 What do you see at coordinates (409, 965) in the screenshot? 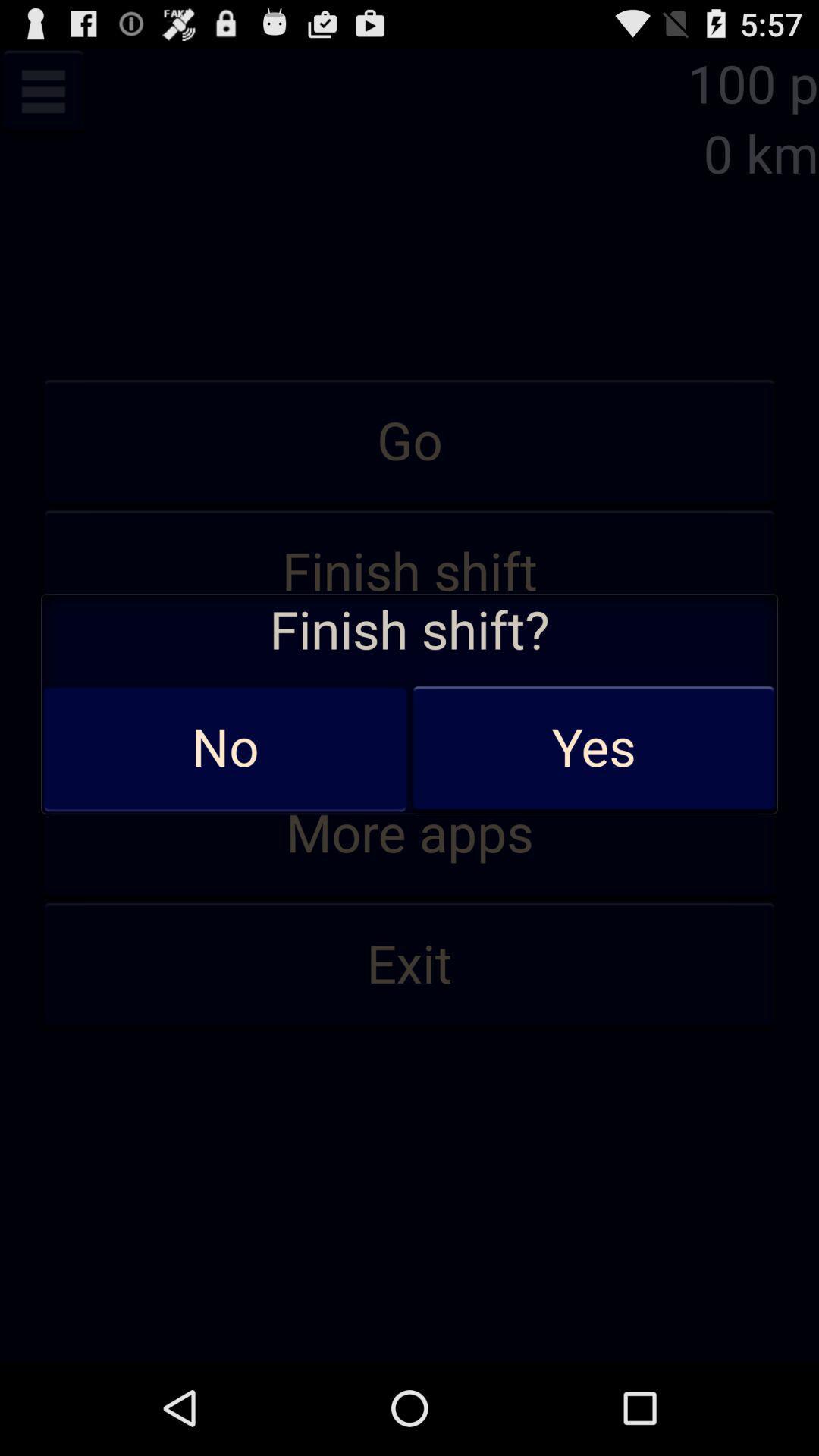
I see `exit` at bounding box center [409, 965].